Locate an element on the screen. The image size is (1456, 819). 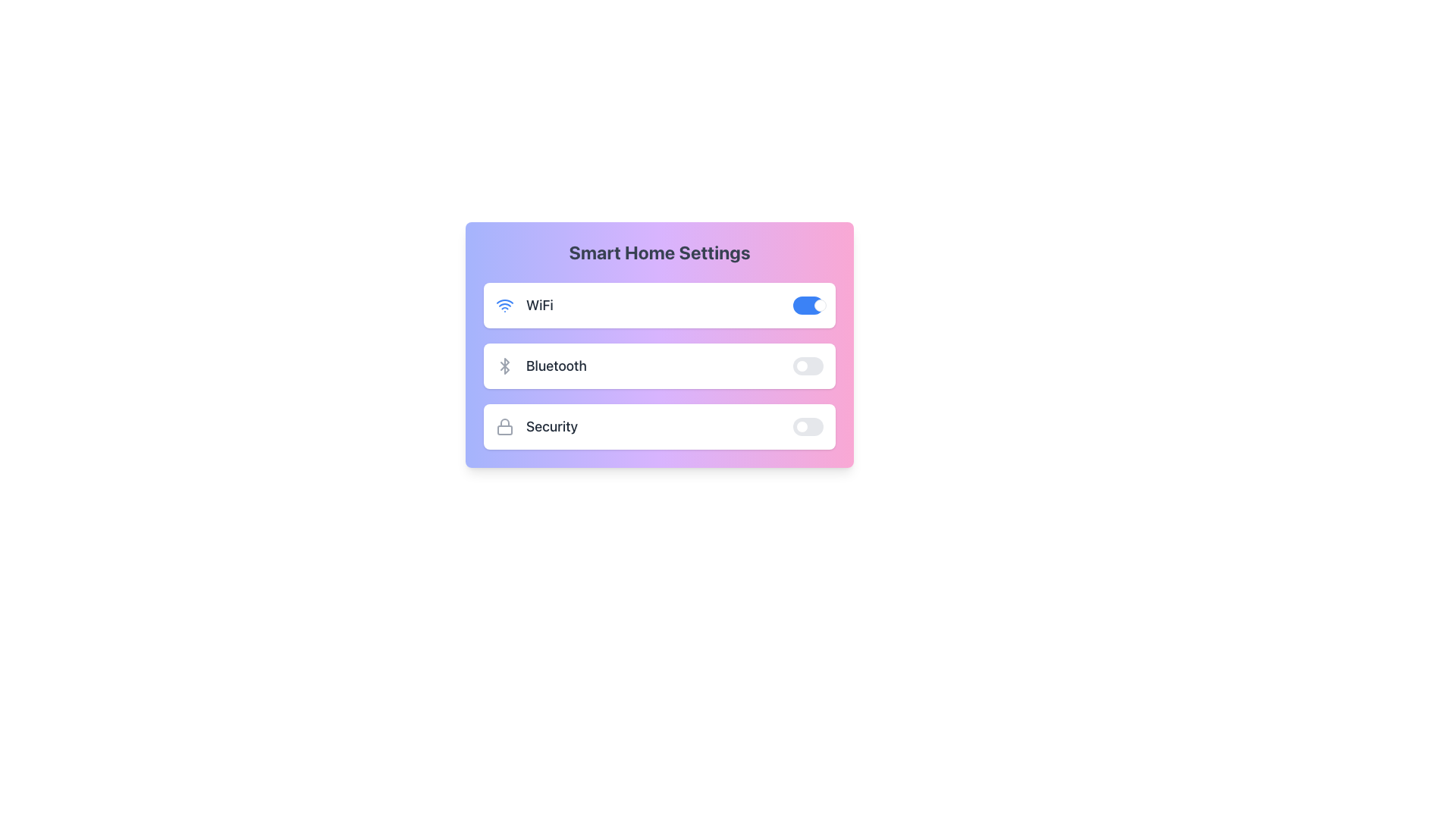
the label that describes the functionality of the WiFi toggle switch, which is positioned to the right of the WiFi icon and to the left of the toggle switch is located at coordinates (539, 305).